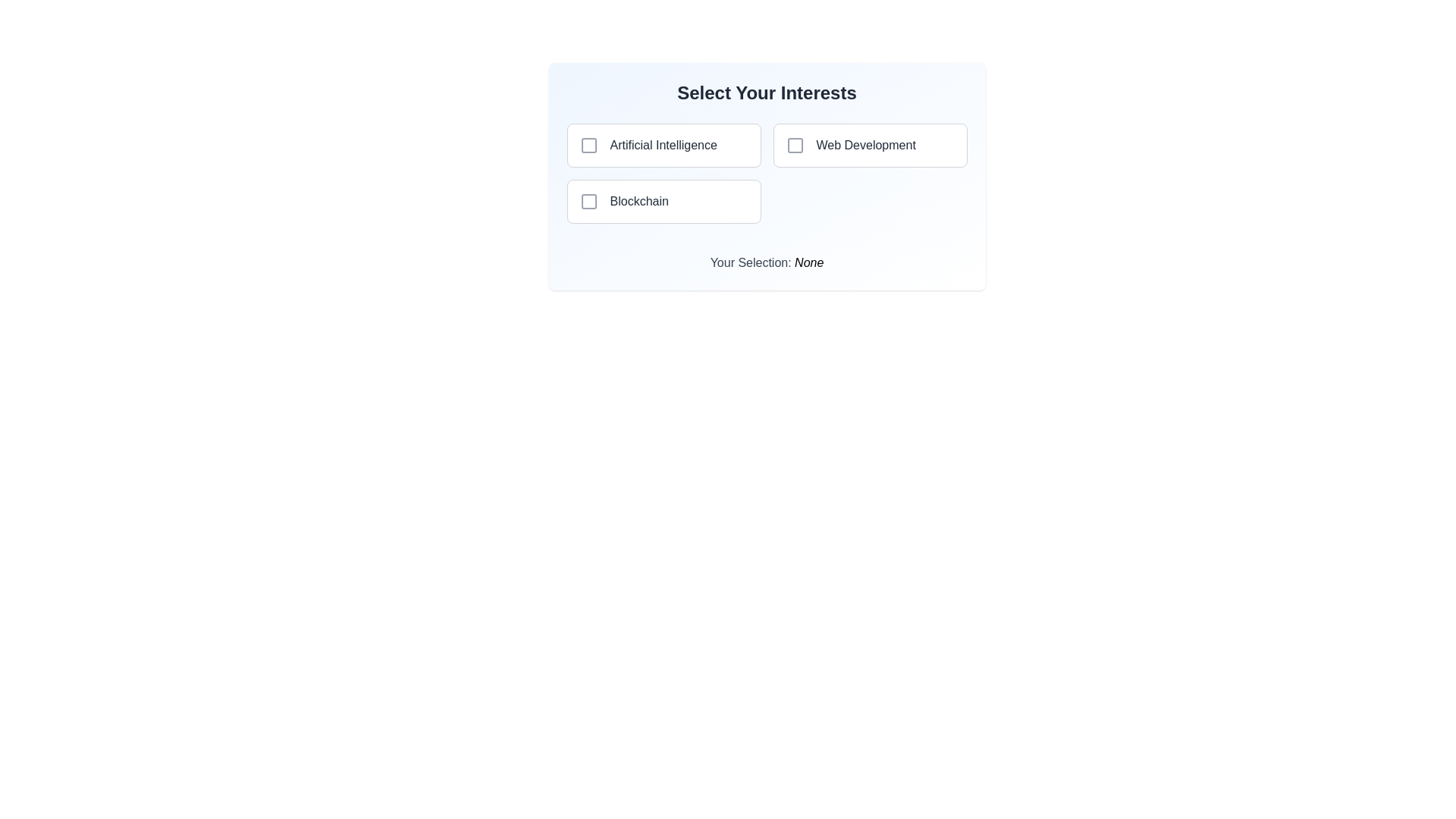 The width and height of the screenshot is (1456, 819). What do you see at coordinates (794, 146) in the screenshot?
I see `the minimalistic square-shaped checkbox located to the left of the 'Web Development' label` at bounding box center [794, 146].